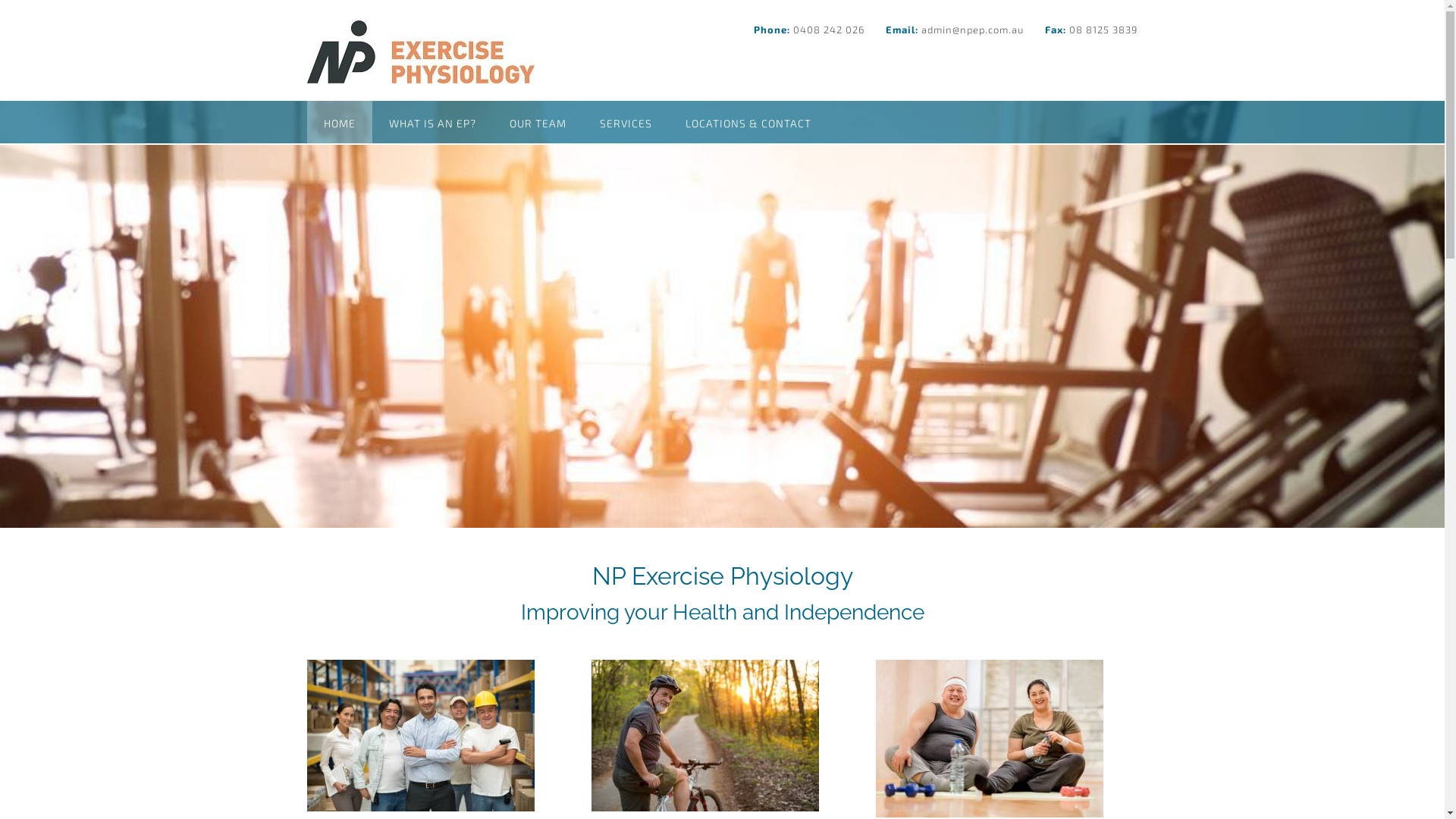 The height and width of the screenshot is (819, 1456). Describe the element at coordinates (371, 121) in the screenshot. I see `'WHAT IS AN EP?'` at that location.